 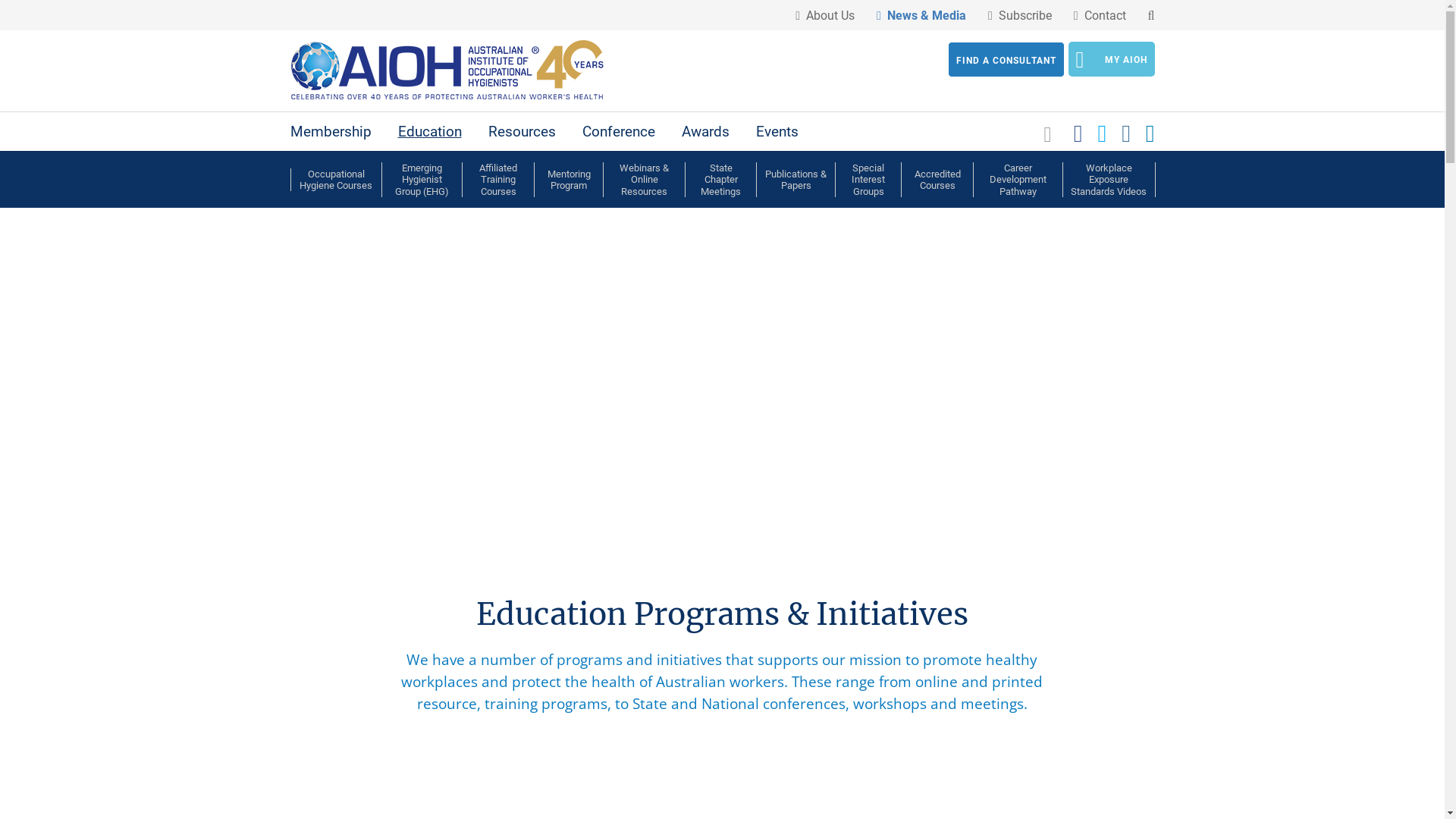 What do you see at coordinates (334, 178) in the screenshot?
I see `'Occupational Hygiene Courses'` at bounding box center [334, 178].